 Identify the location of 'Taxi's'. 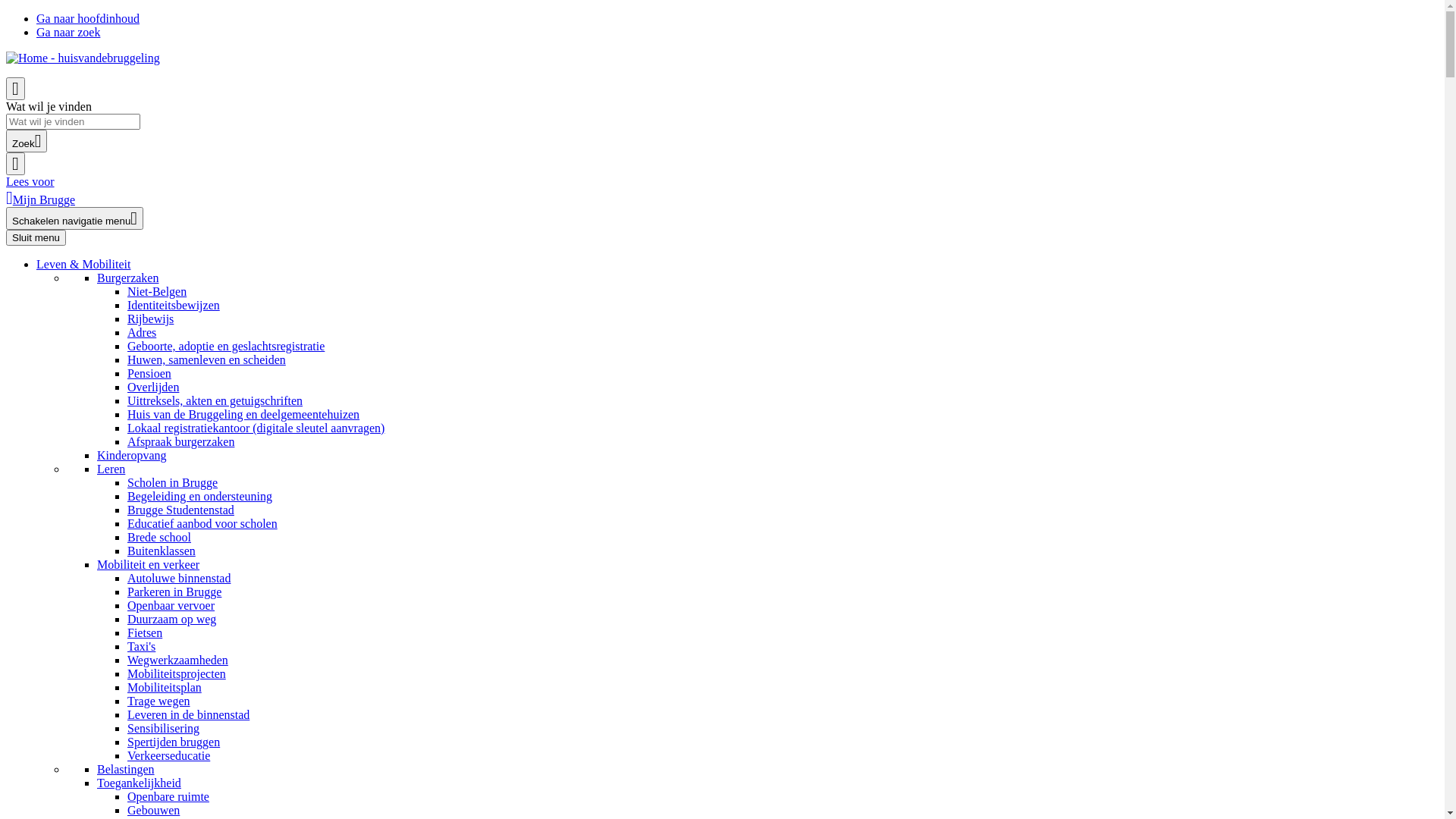
(141, 646).